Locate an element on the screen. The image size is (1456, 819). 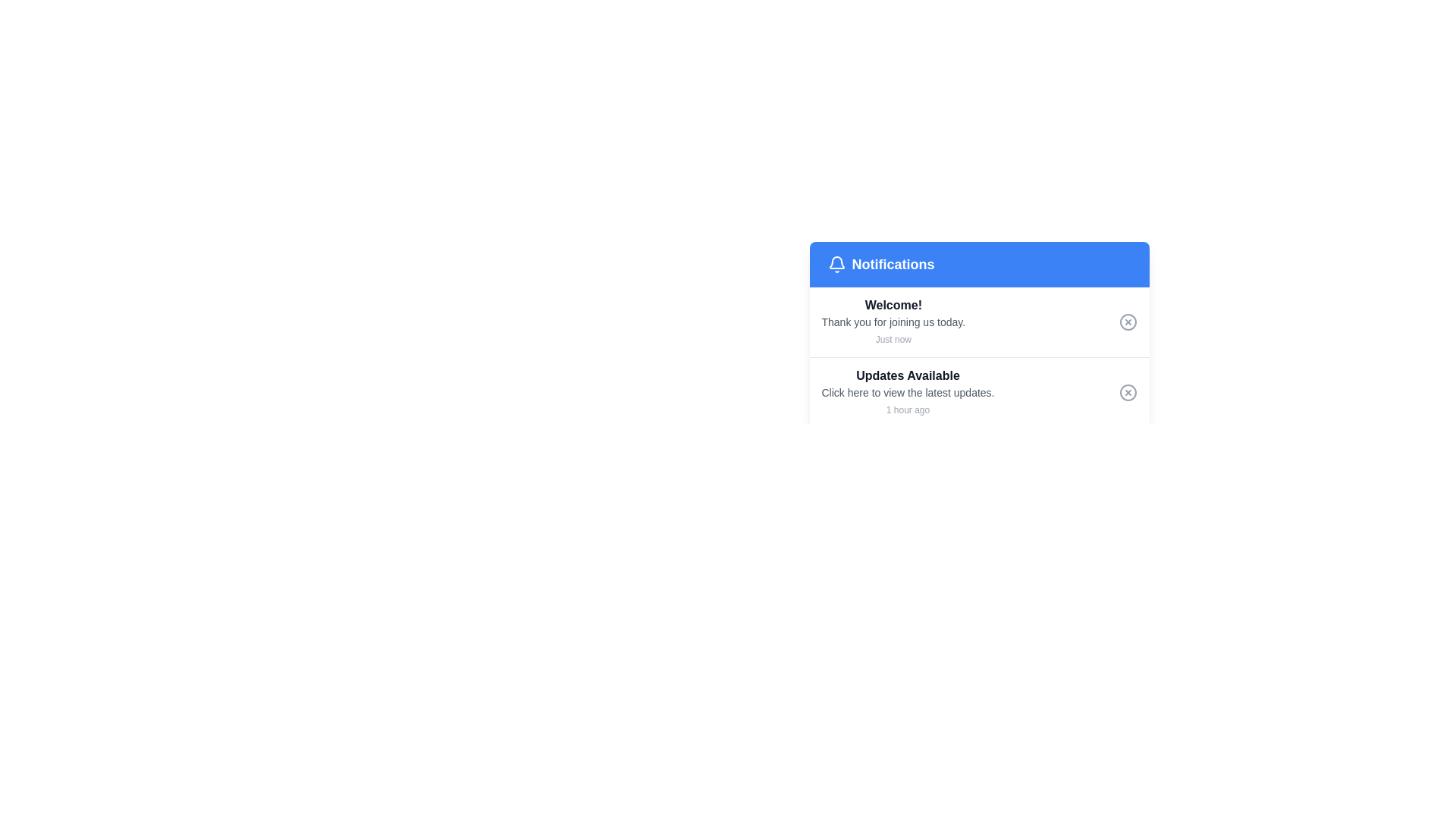
the timestamp information from the text label located directly underneath the notification message block that reads 'Thank you is located at coordinates (893, 338).